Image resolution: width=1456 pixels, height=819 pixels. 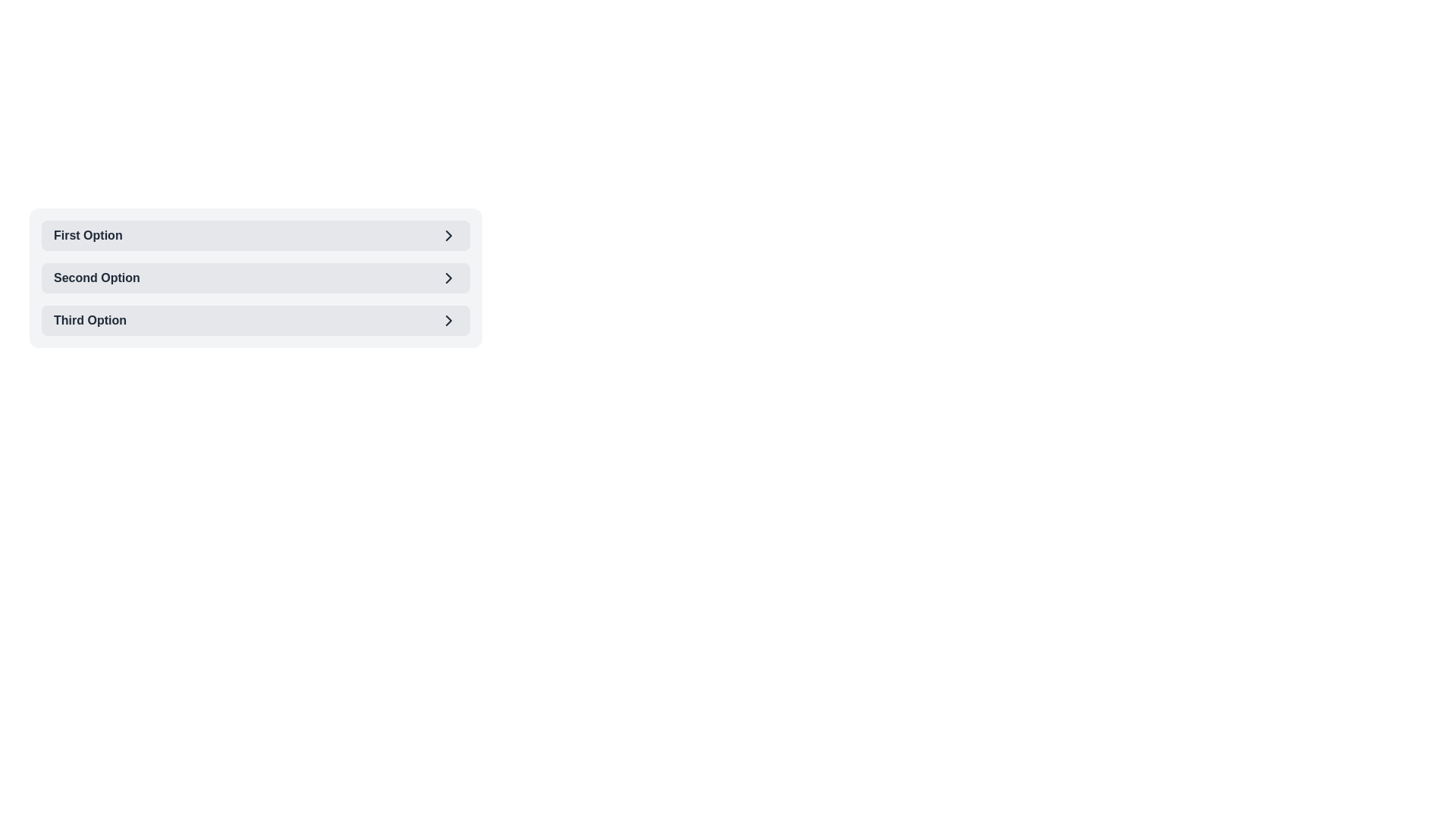 What do you see at coordinates (447, 320) in the screenshot?
I see `the right-facing chevron icon outlined in dark color on a light gray background located in the 'Third Option' row to interact with it` at bounding box center [447, 320].